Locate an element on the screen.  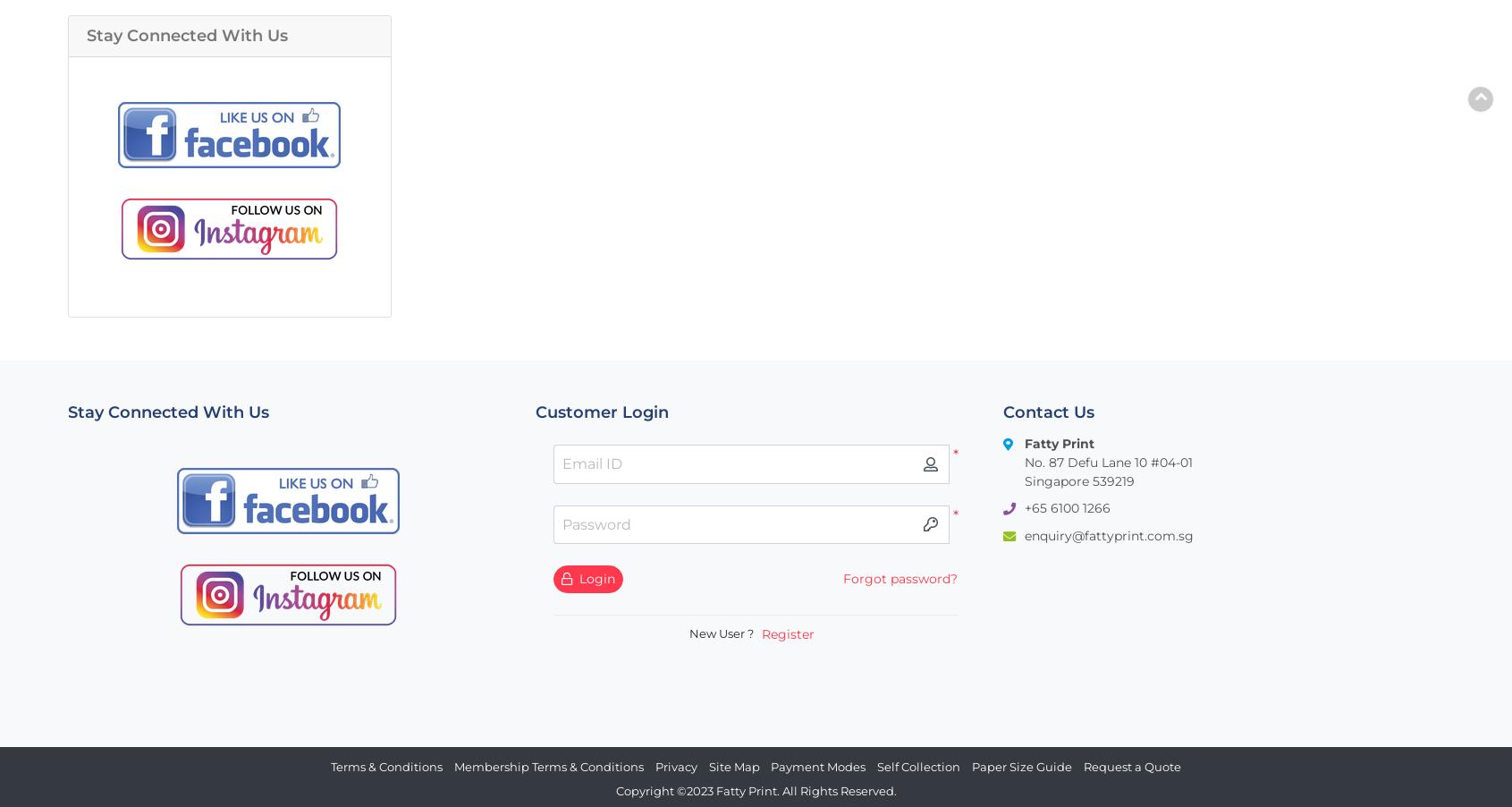
'Self Collection' is located at coordinates (875, 765).